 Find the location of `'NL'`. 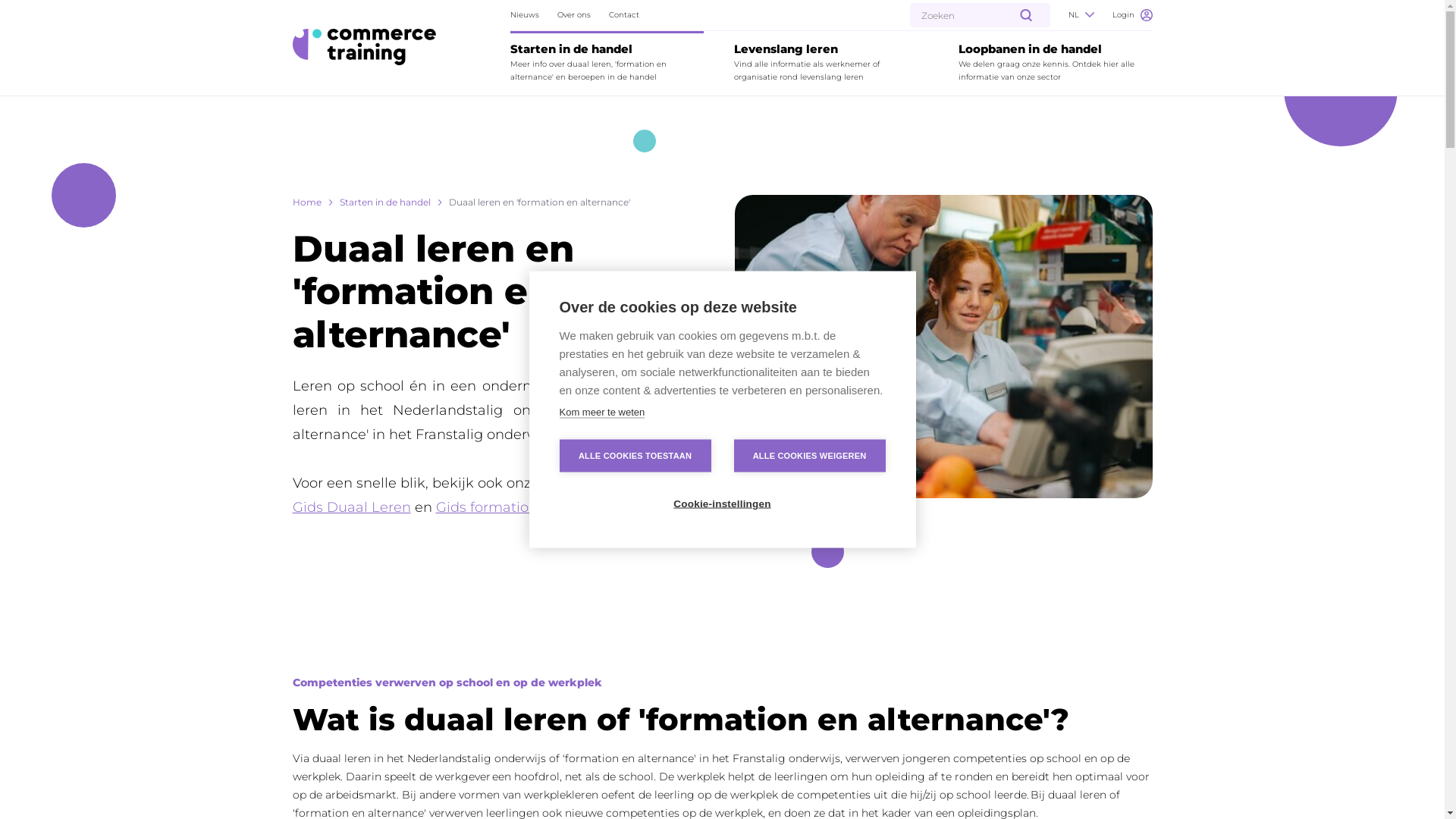

'NL' is located at coordinates (1080, 14).